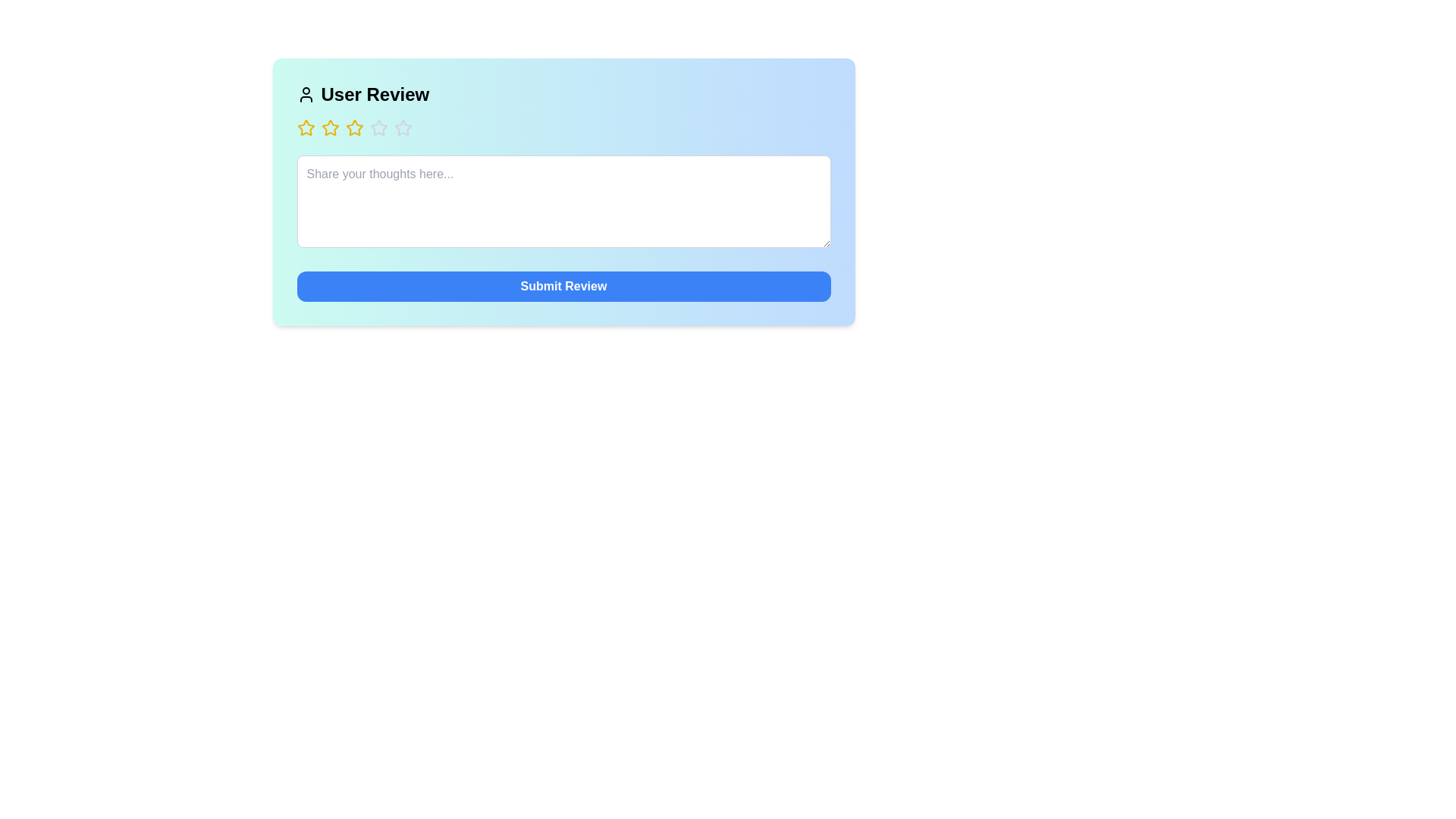 The height and width of the screenshot is (819, 1456). I want to click on the star corresponding to the desired rating of 1 stars, so click(305, 127).